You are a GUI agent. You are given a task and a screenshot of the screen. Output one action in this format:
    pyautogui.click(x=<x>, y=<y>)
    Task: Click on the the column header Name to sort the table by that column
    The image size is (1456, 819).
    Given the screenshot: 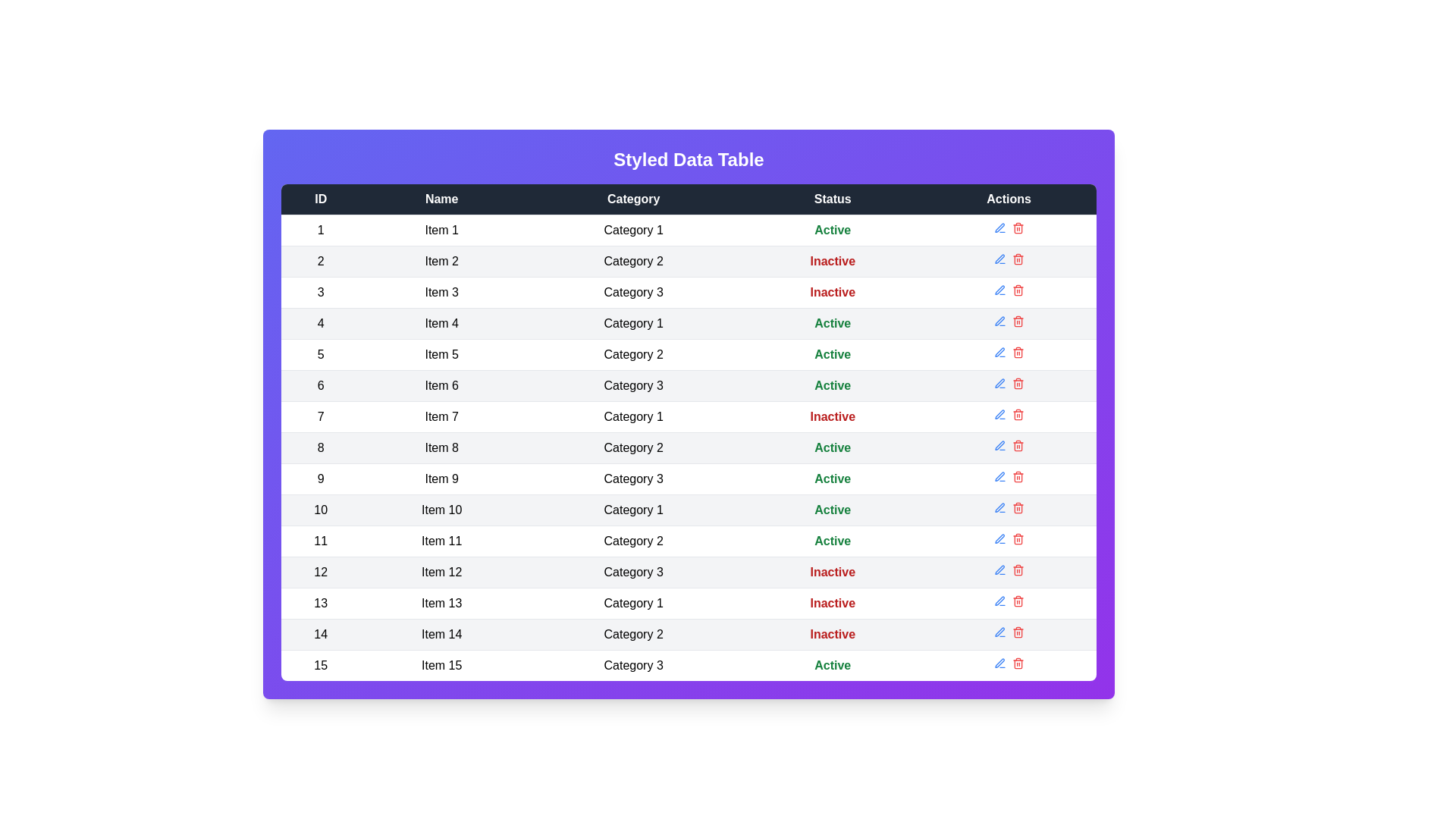 What is the action you would take?
    pyautogui.click(x=441, y=198)
    